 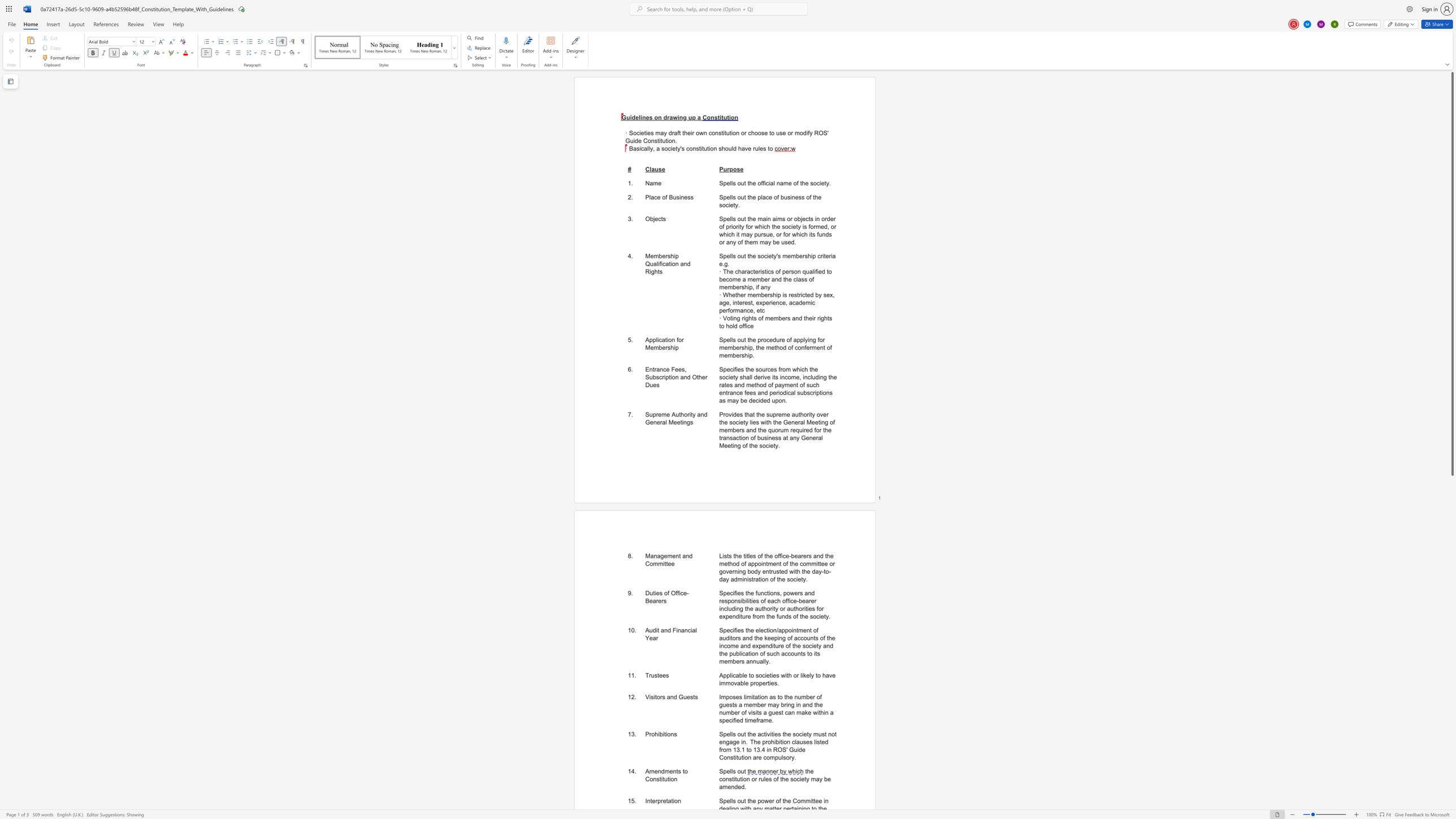 I want to click on the subset text "arer" within the text "Duties of Office-Bearers", so click(x=652, y=600).